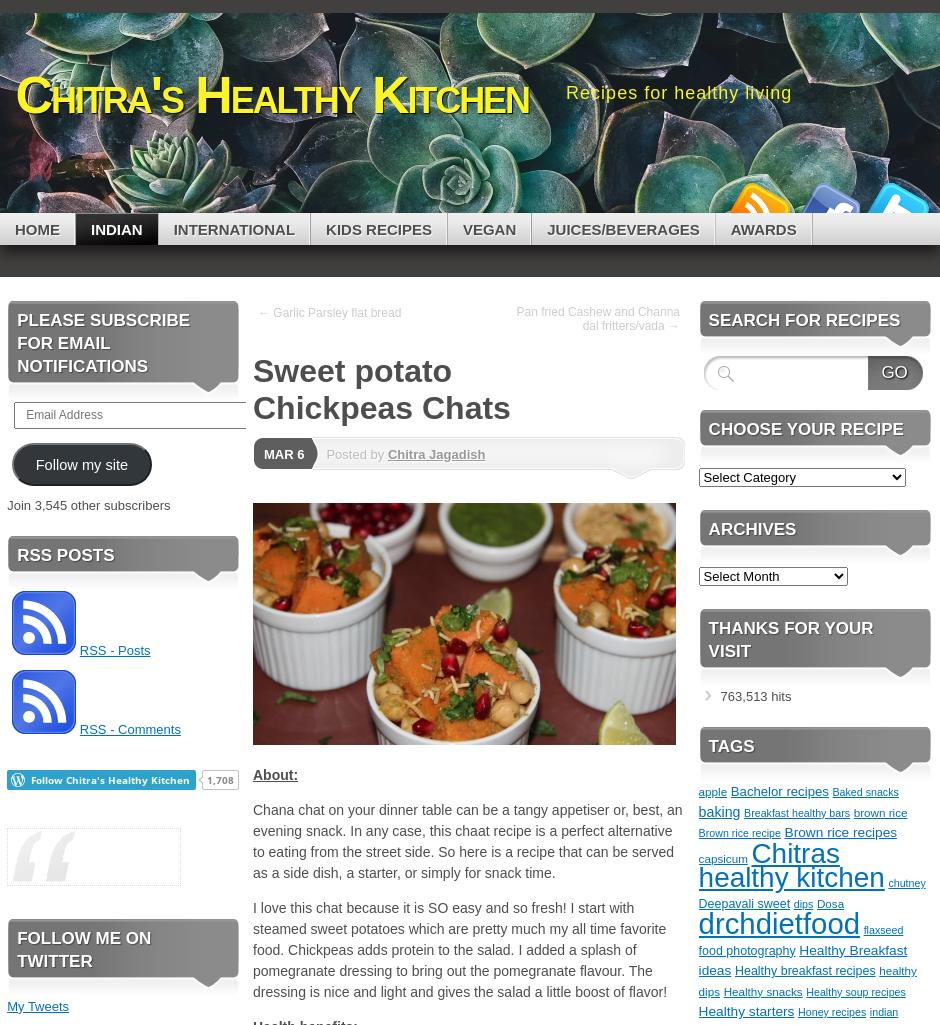 The image size is (940, 1025). Describe the element at coordinates (172, 228) in the screenshot. I see `'International'` at that location.